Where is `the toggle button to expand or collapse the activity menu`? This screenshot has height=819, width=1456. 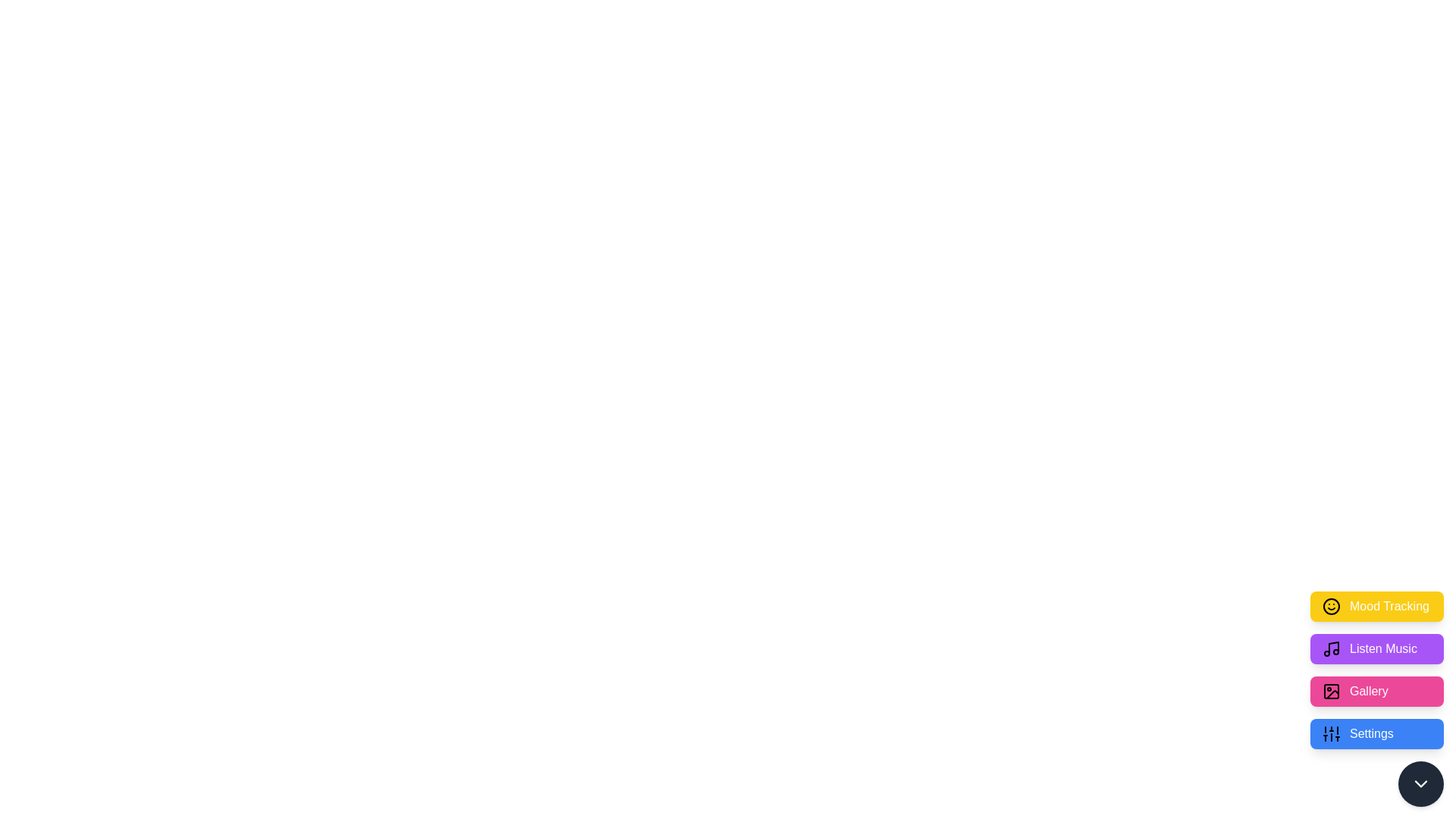
the toggle button to expand or collapse the activity menu is located at coordinates (1420, 783).